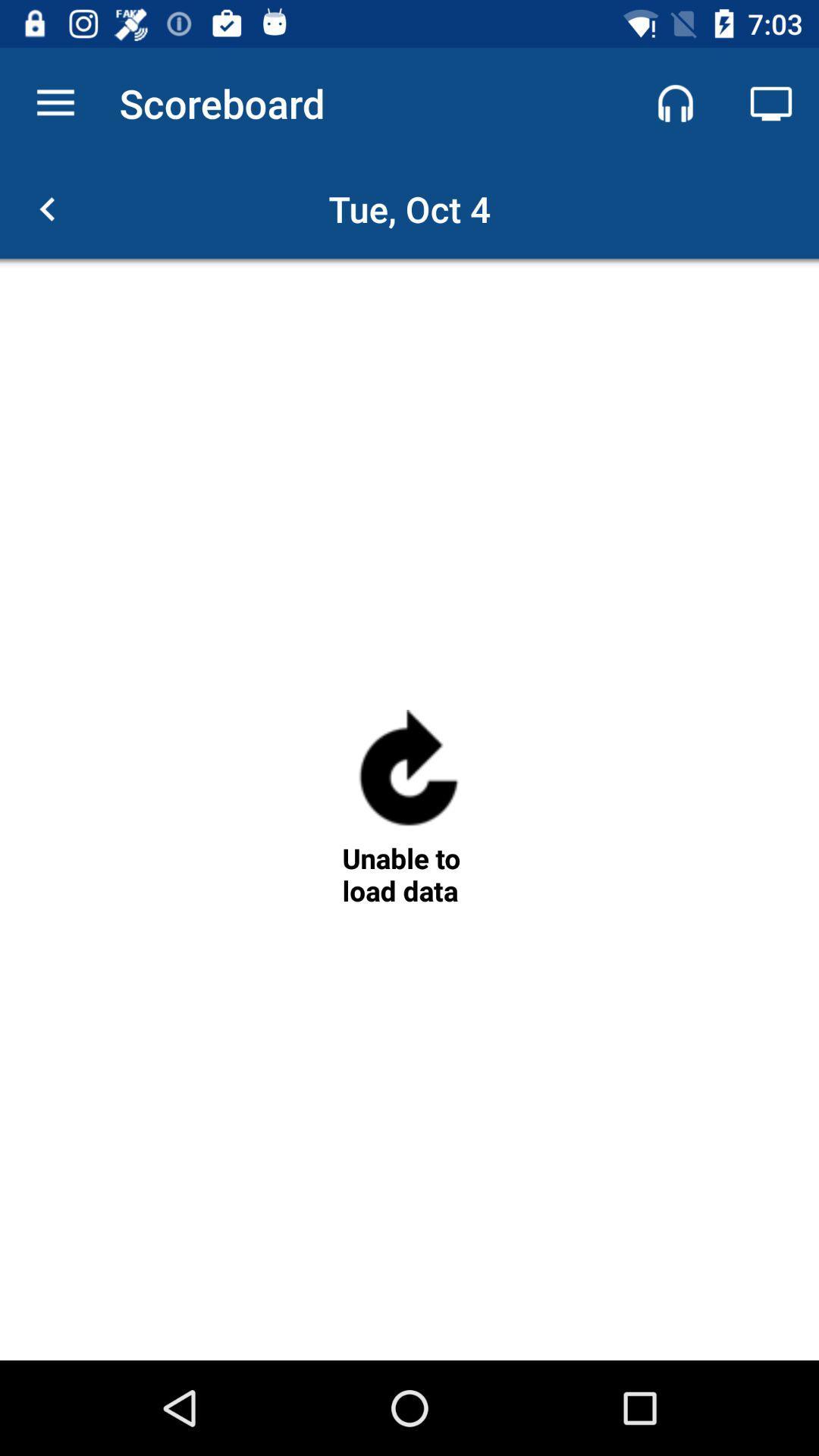 The width and height of the screenshot is (819, 1456). I want to click on tue, oct 4 icon, so click(409, 208).